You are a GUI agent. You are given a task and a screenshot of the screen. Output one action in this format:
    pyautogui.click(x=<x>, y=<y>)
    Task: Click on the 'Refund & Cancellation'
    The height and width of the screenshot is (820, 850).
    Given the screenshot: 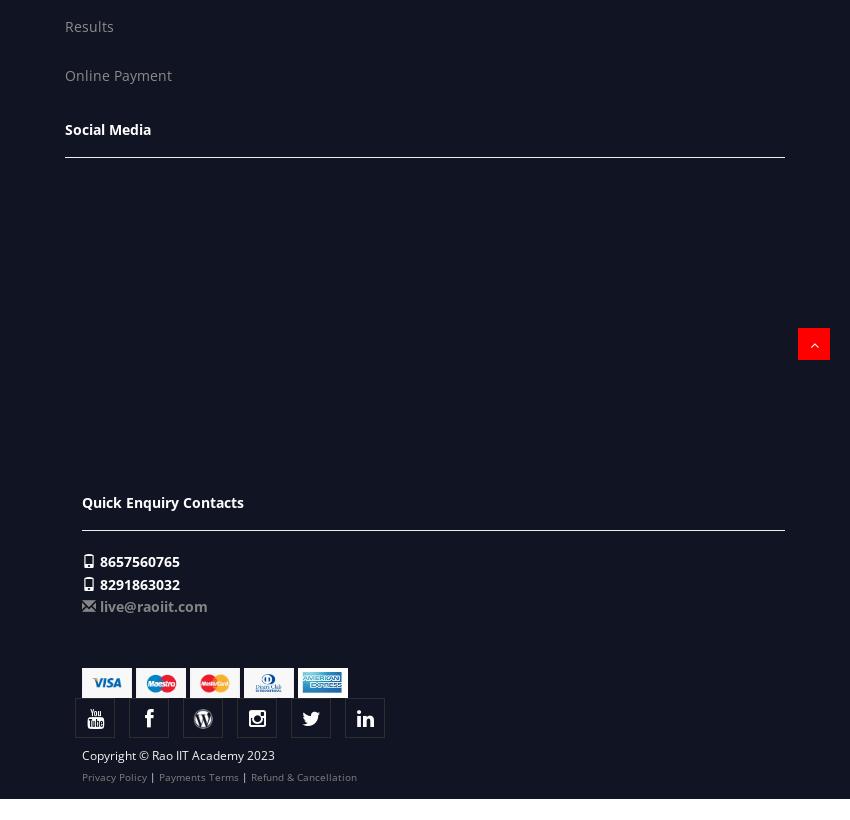 What is the action you would take?
    pyautogui.click(x=303, y=777)
    